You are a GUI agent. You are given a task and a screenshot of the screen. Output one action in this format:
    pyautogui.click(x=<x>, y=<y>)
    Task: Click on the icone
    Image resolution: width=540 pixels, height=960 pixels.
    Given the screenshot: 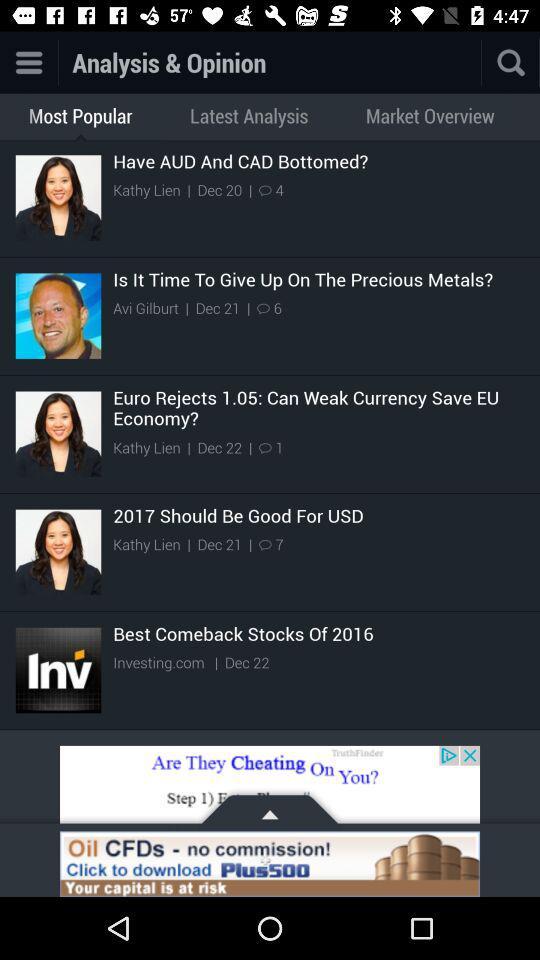 What is the action you would take?
    pyautogui.click(x=270, y=863)
    